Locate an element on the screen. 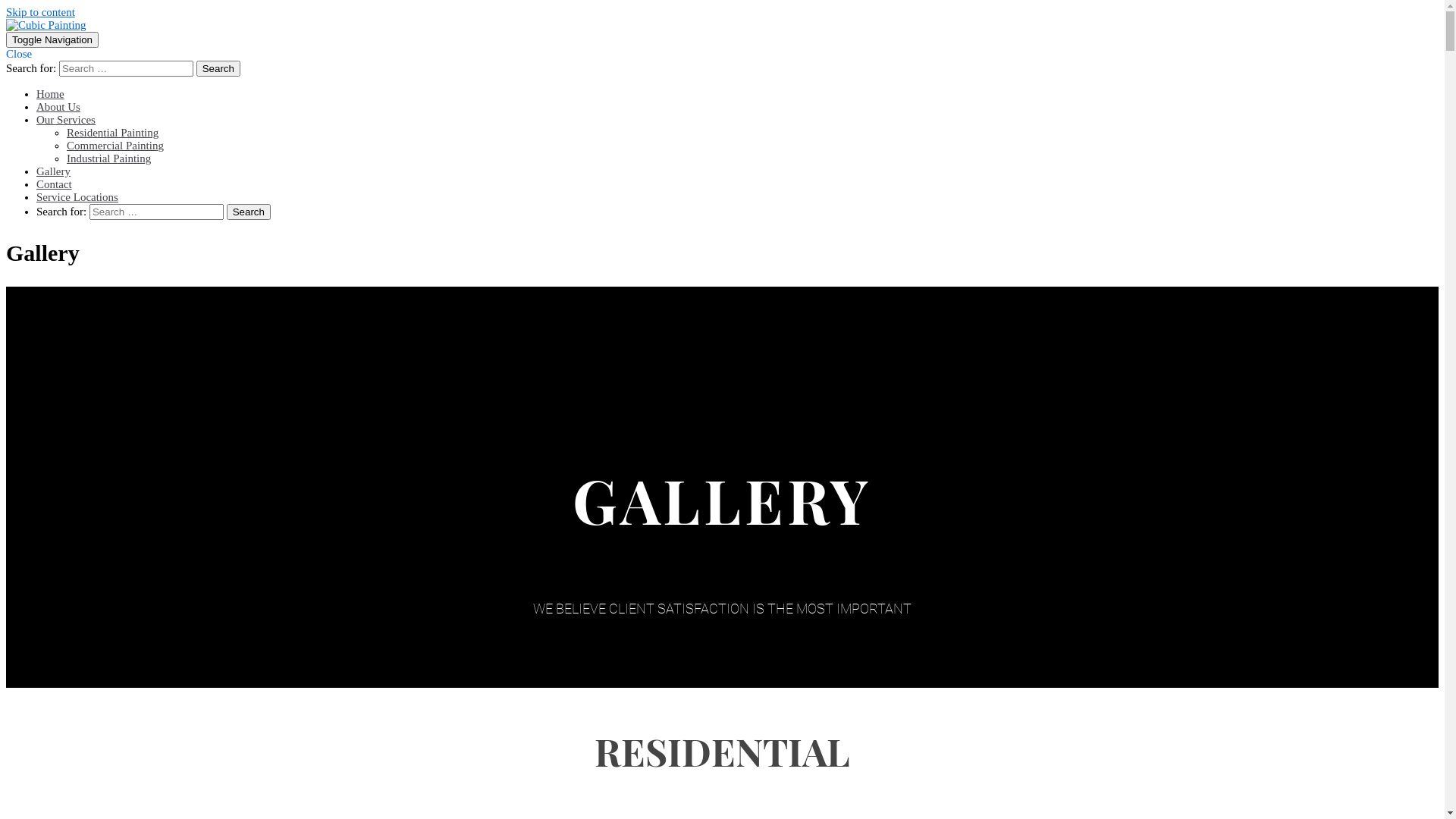 Image resolution: width=1456 pixels, height=819 pixels. 'Our Services' is located at coordinates (471, 119).